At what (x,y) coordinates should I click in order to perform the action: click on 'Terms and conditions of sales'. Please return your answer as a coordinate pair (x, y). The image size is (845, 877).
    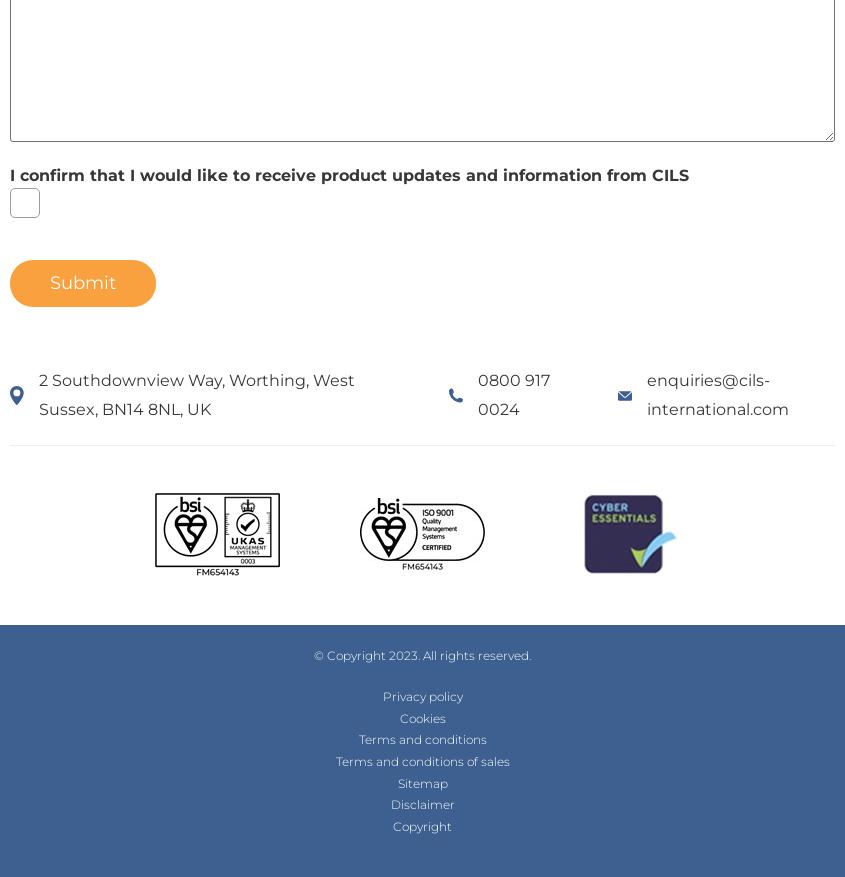
    Looking at the image, I should click on (420, 761).